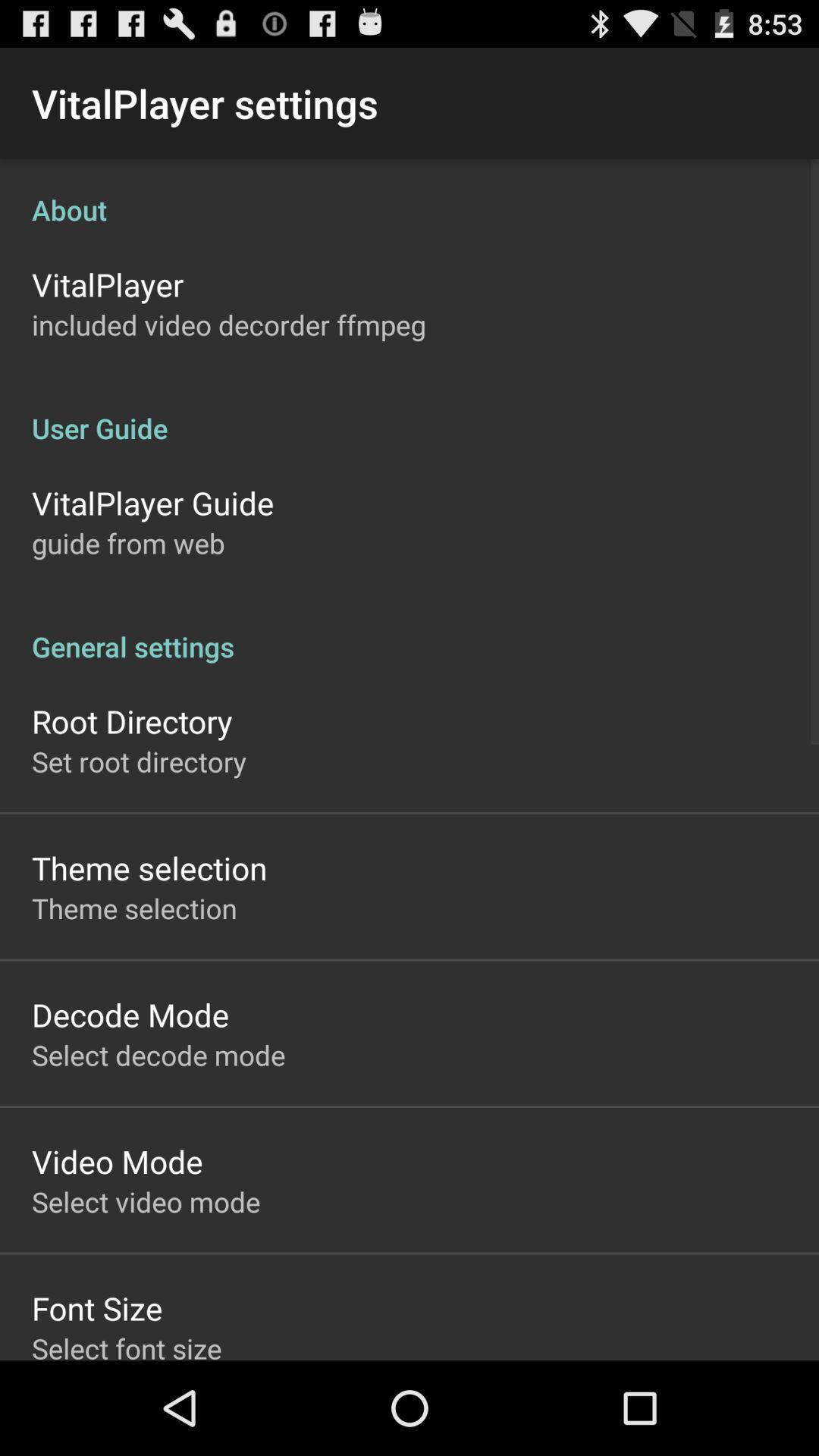  Describe the element at coordinates (409, 193) in the screenshot. I see `app above vitalplayer item` at that location.